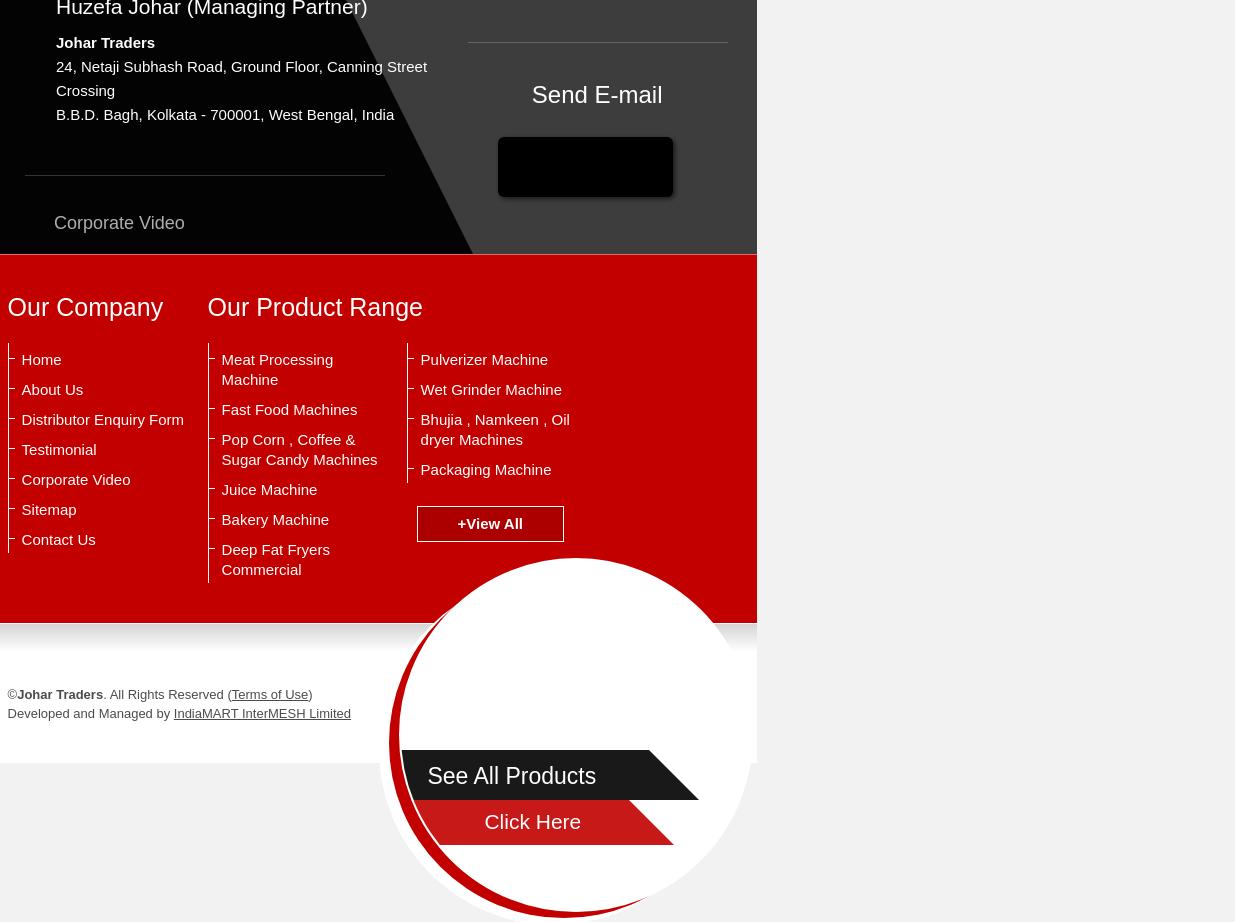 This screenshot has width=1235, height=922. What do you see at coordinates (277, 368) in the screenshot?
I see `'Meat Processing Machine'` at bounding box center [277, 368].